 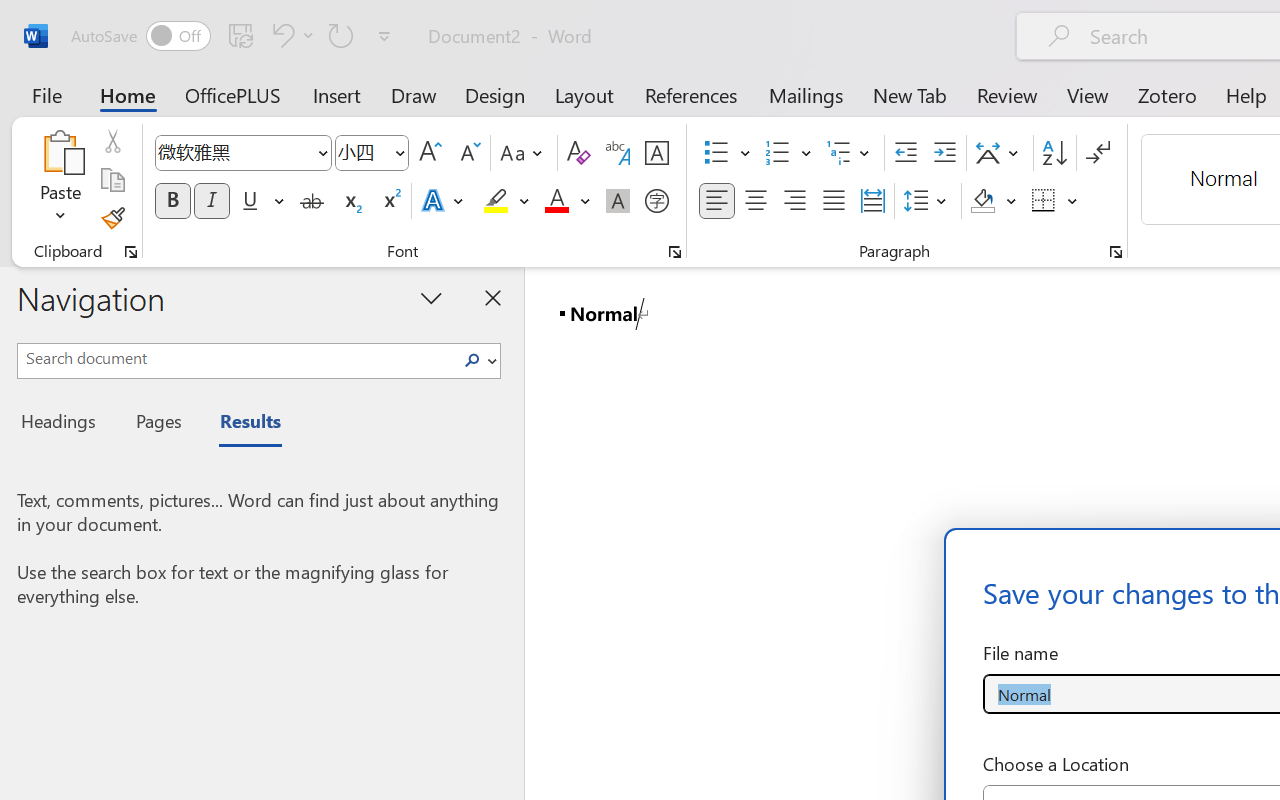 What do you see at coordinates (905, 153) in the screenshot?
I see `'Decrease Indent'` at bounding box center [905, 153].